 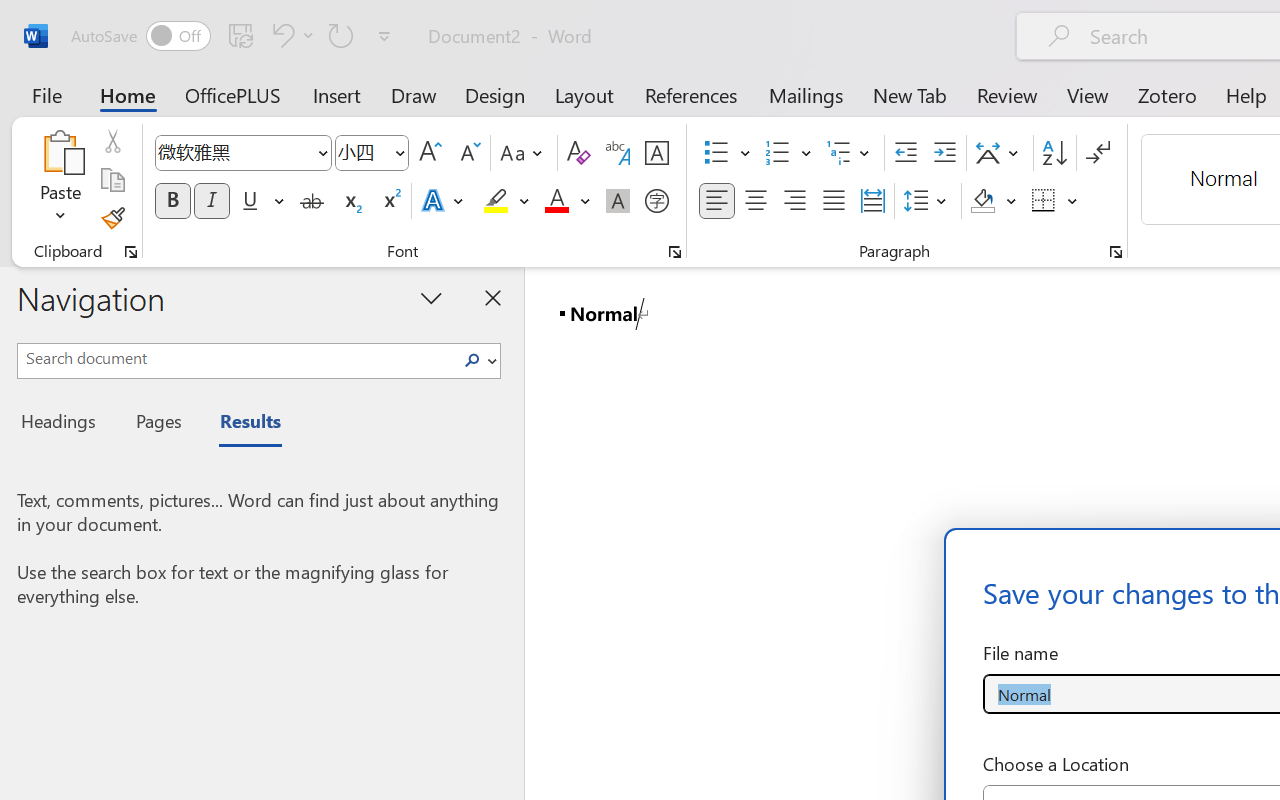 What do you see at coordinates (905, 153) in the screenshot?
I see `'Decrease Indent'` at bounding box center [905, 153].